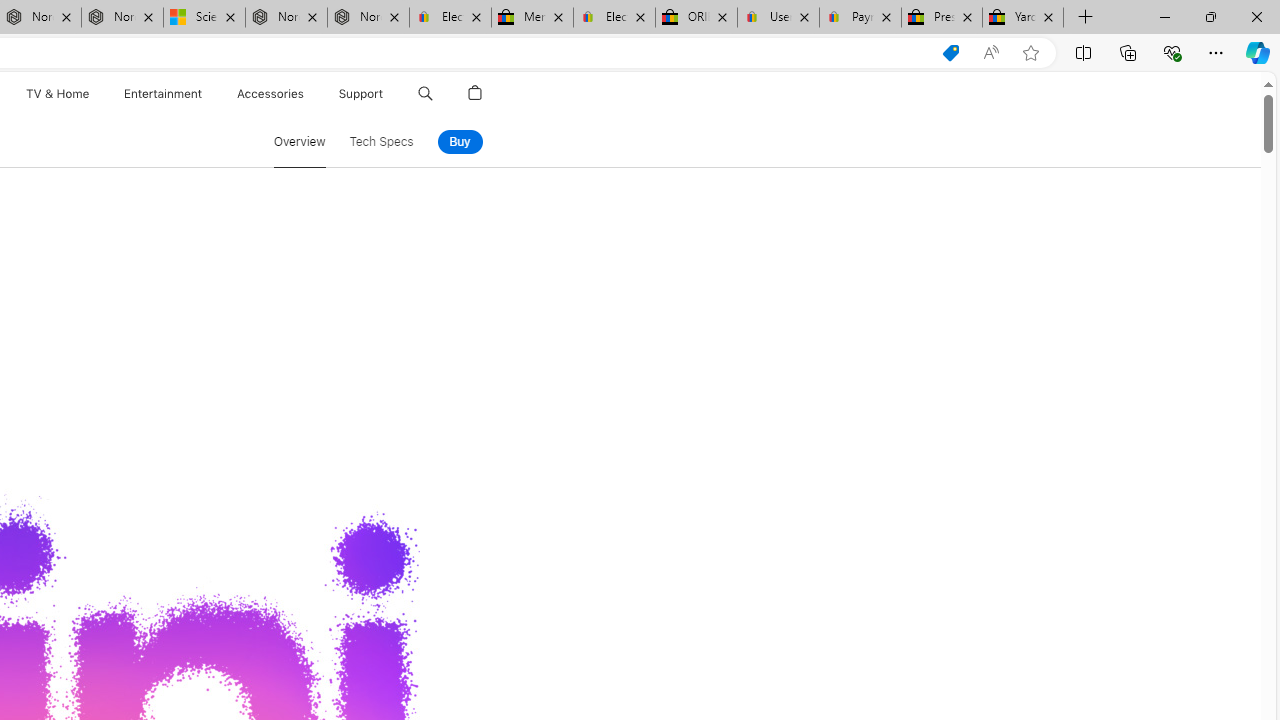 The height and width of the screenshot is (720, 1280). What do you see at coordinates (950, 52) in the screenshot?
I see `'Shopping in Microsoft Edge'` at bounding box center [950, 52].